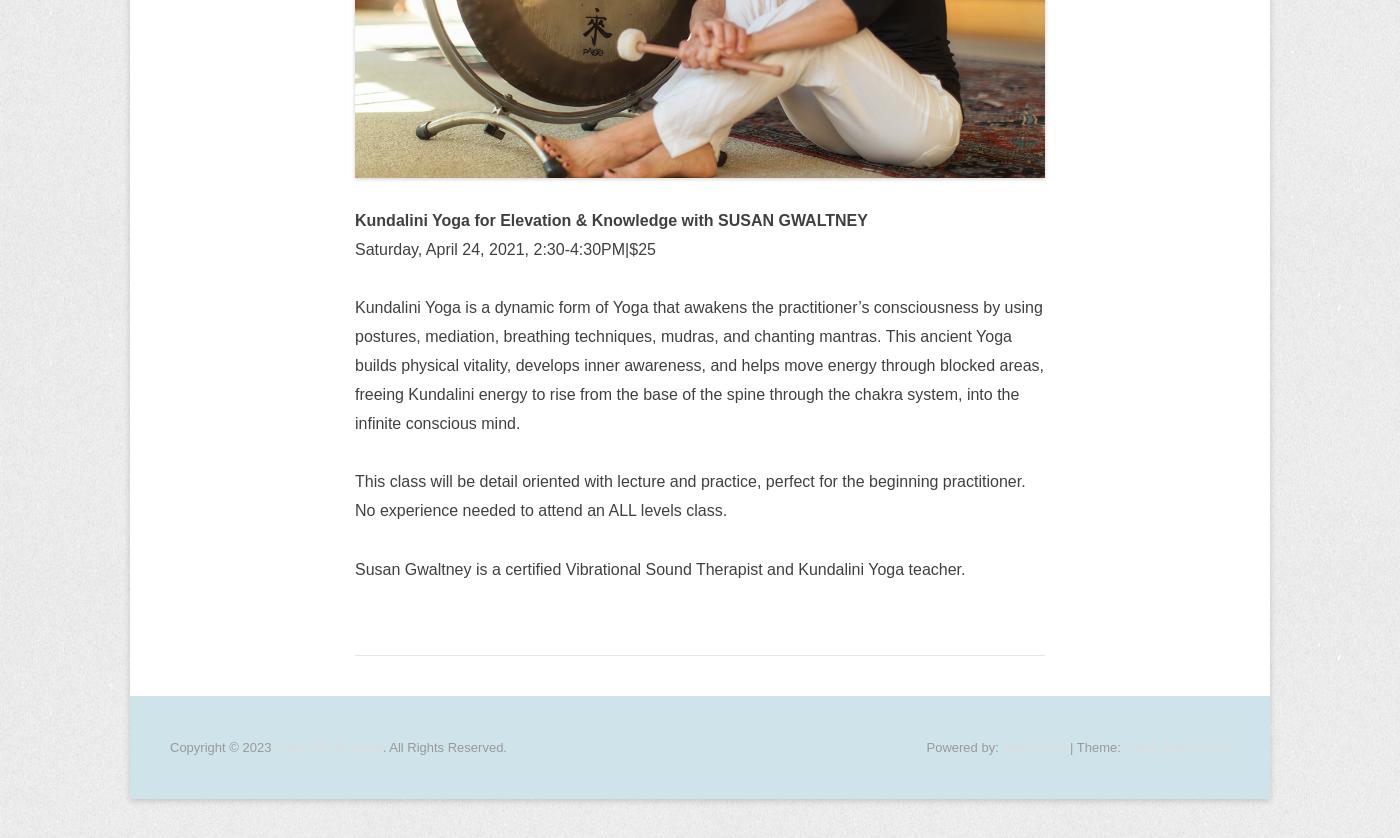  Describe the element at coordinates (1176, 745) in the screenshot. I see `'Catch Everest Pro'` at that location.